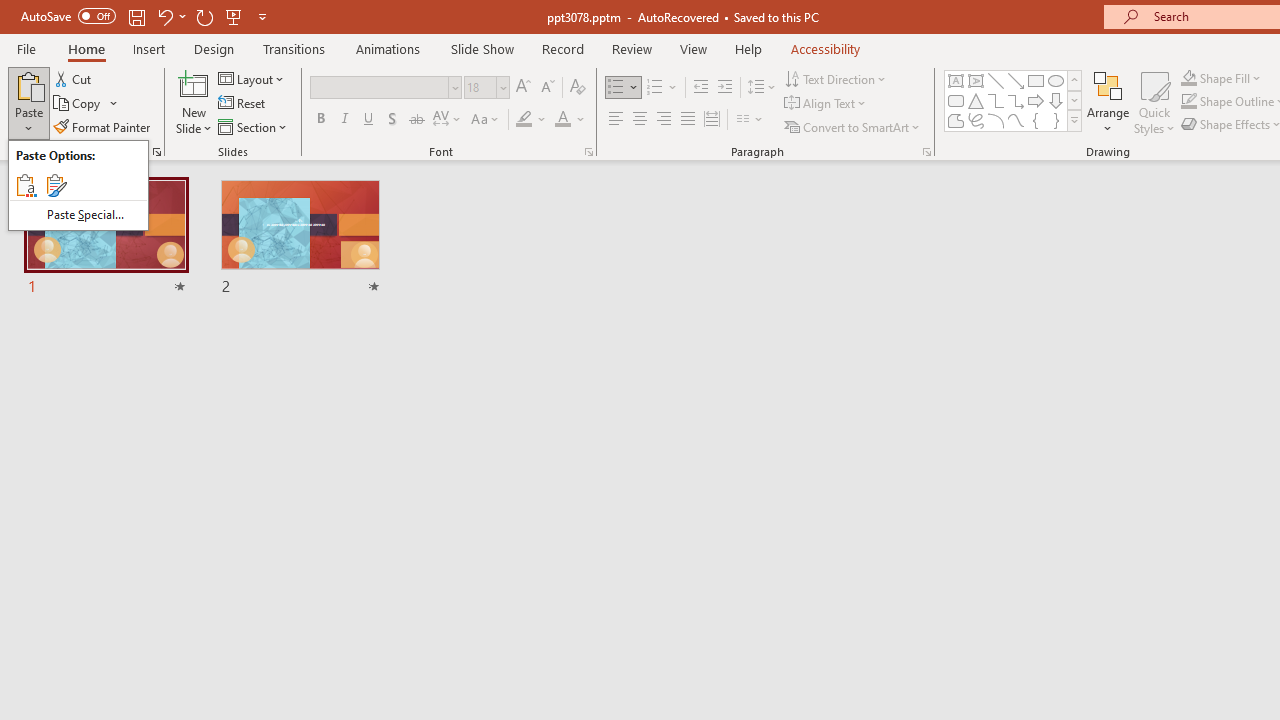 This screenshot has width=1280, height=720. Describe the element at coordinates (662, 86) in the screenshot. I see `'Numbering'` at that location.